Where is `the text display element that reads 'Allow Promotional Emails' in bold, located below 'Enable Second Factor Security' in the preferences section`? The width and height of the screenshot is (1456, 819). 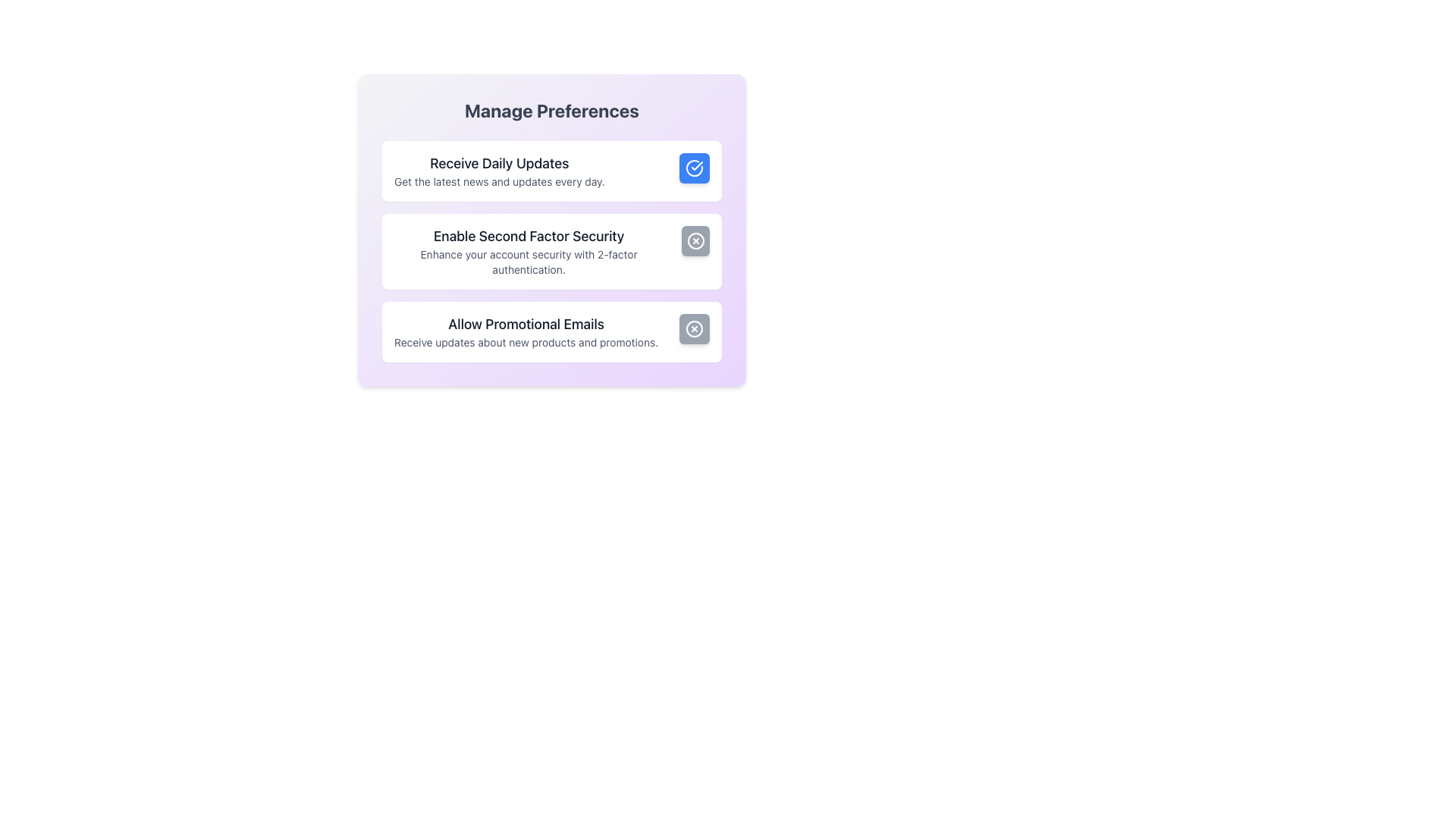
the text display element that reads 'Allow Promotional Emails' in bold, located below 'Enable Second Factor Security' in the preferences section is located at coordinates (526, 331).